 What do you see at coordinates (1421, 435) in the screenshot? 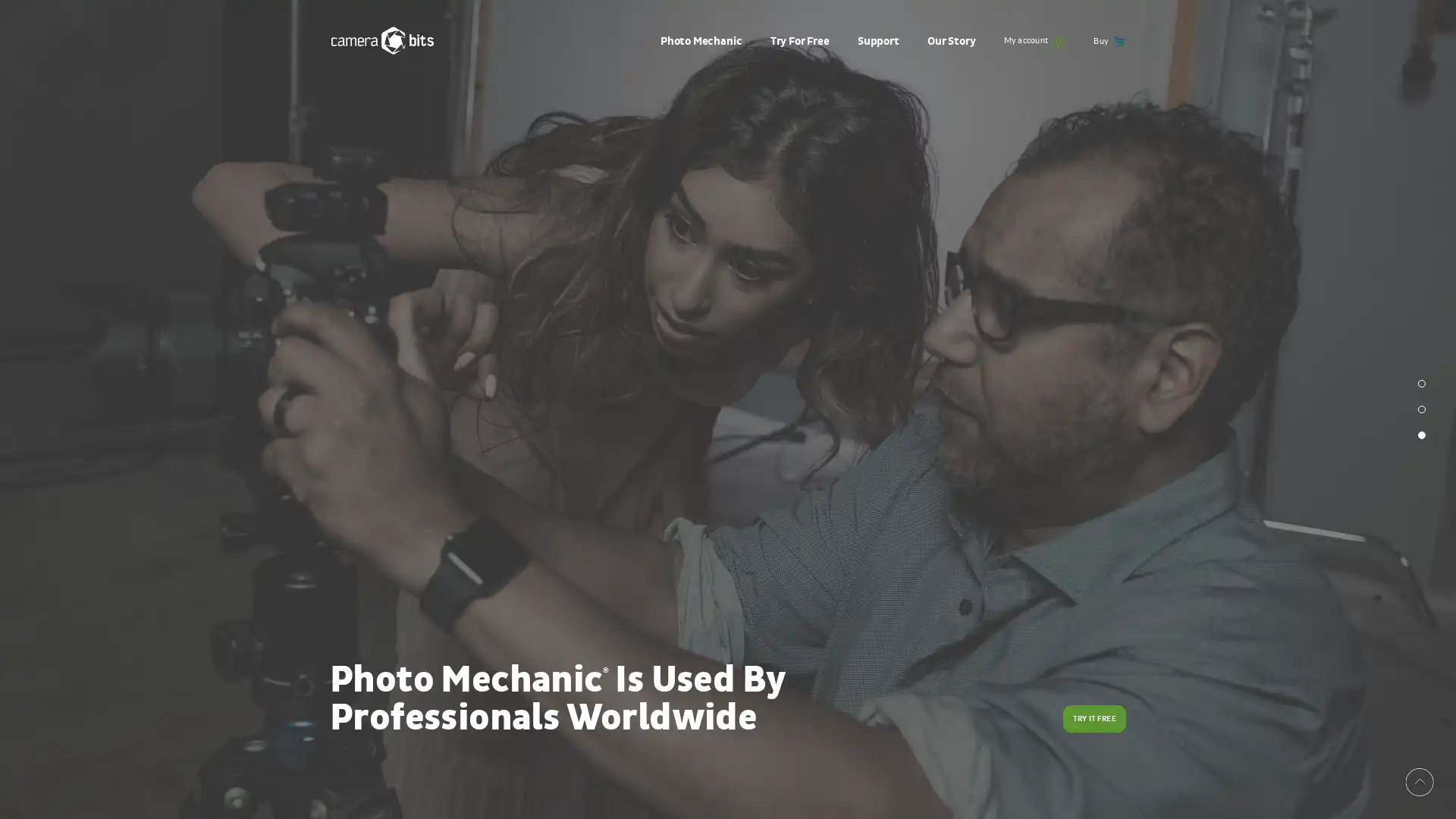
I see `3` at bounding box center [1421, 435].